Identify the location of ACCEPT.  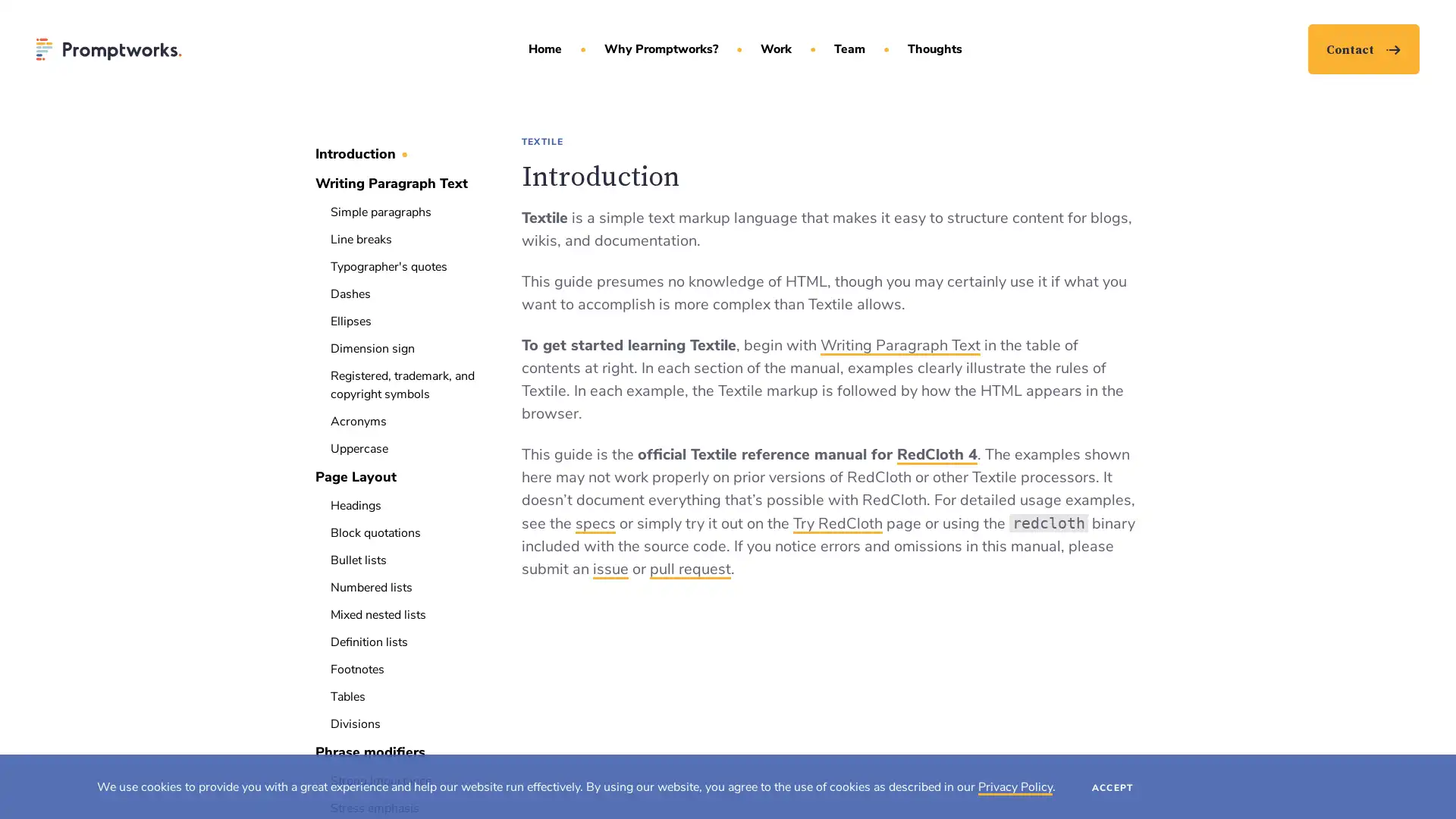
(1112, 786).